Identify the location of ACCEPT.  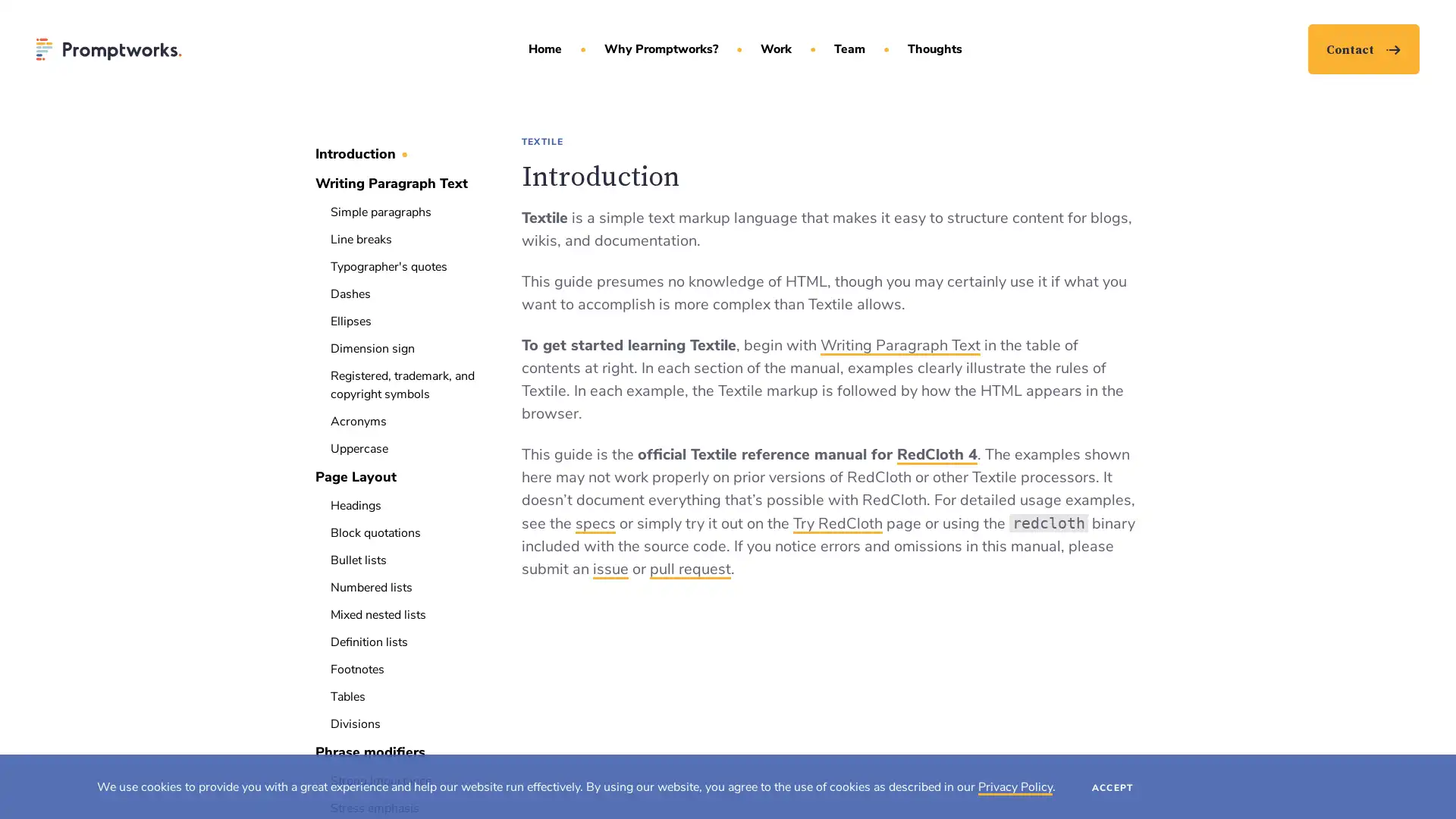
(1112, 786).